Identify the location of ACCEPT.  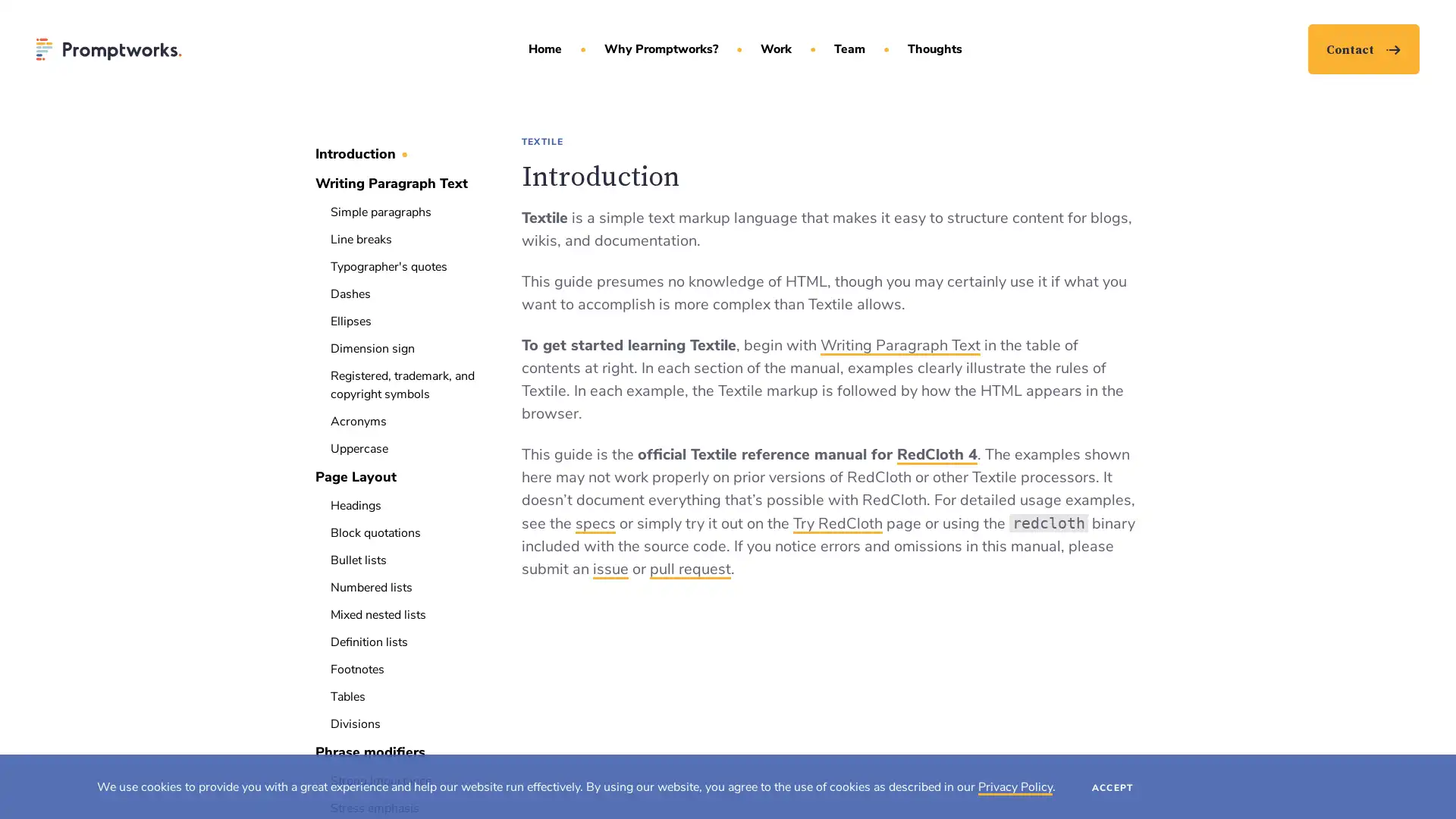
(1112, 786).